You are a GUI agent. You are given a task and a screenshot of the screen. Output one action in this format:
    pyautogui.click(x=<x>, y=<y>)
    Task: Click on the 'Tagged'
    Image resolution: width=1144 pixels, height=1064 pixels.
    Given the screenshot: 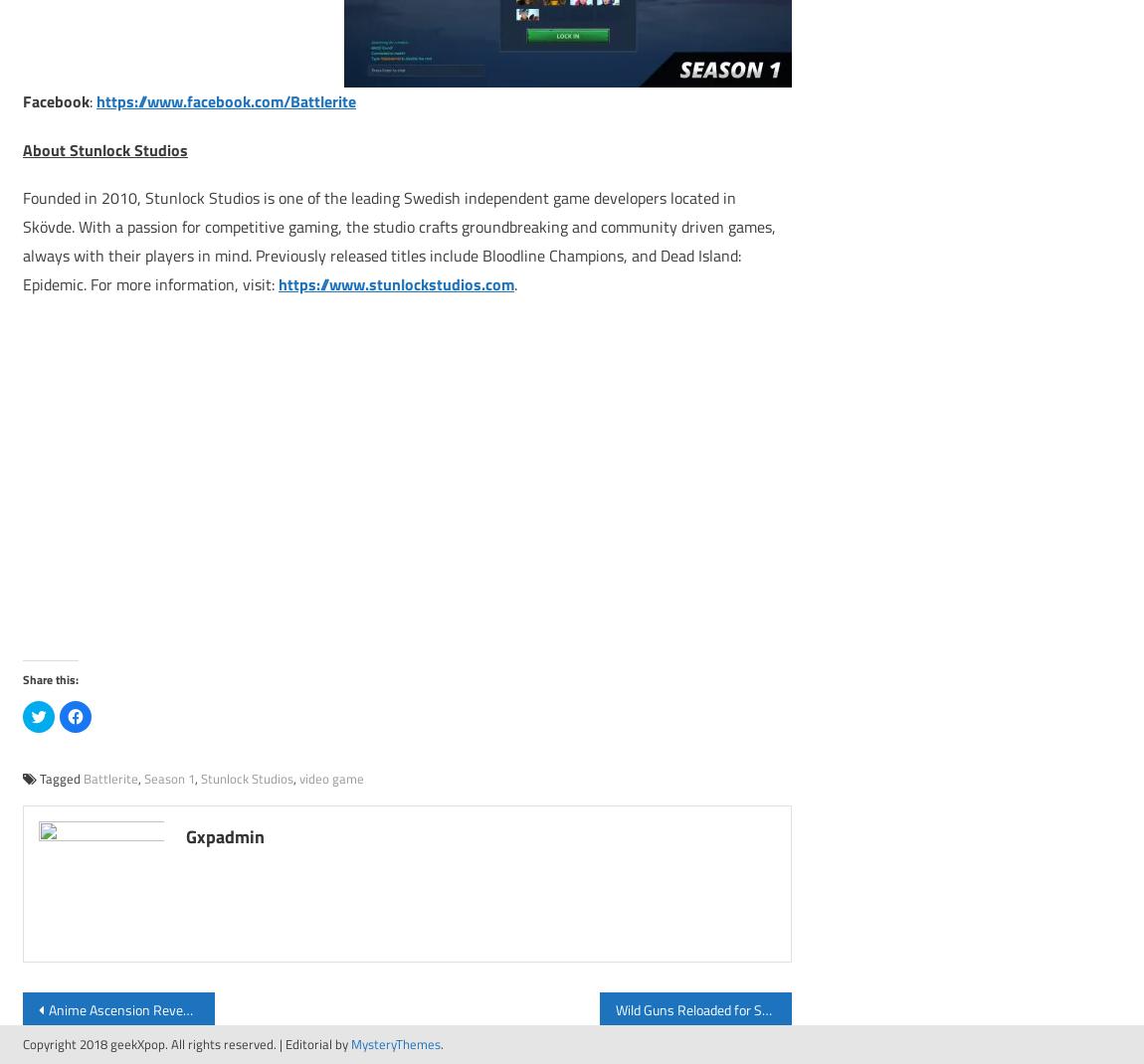 What is the action you would take?
    pyautogui.click(x=60, y=776)
    